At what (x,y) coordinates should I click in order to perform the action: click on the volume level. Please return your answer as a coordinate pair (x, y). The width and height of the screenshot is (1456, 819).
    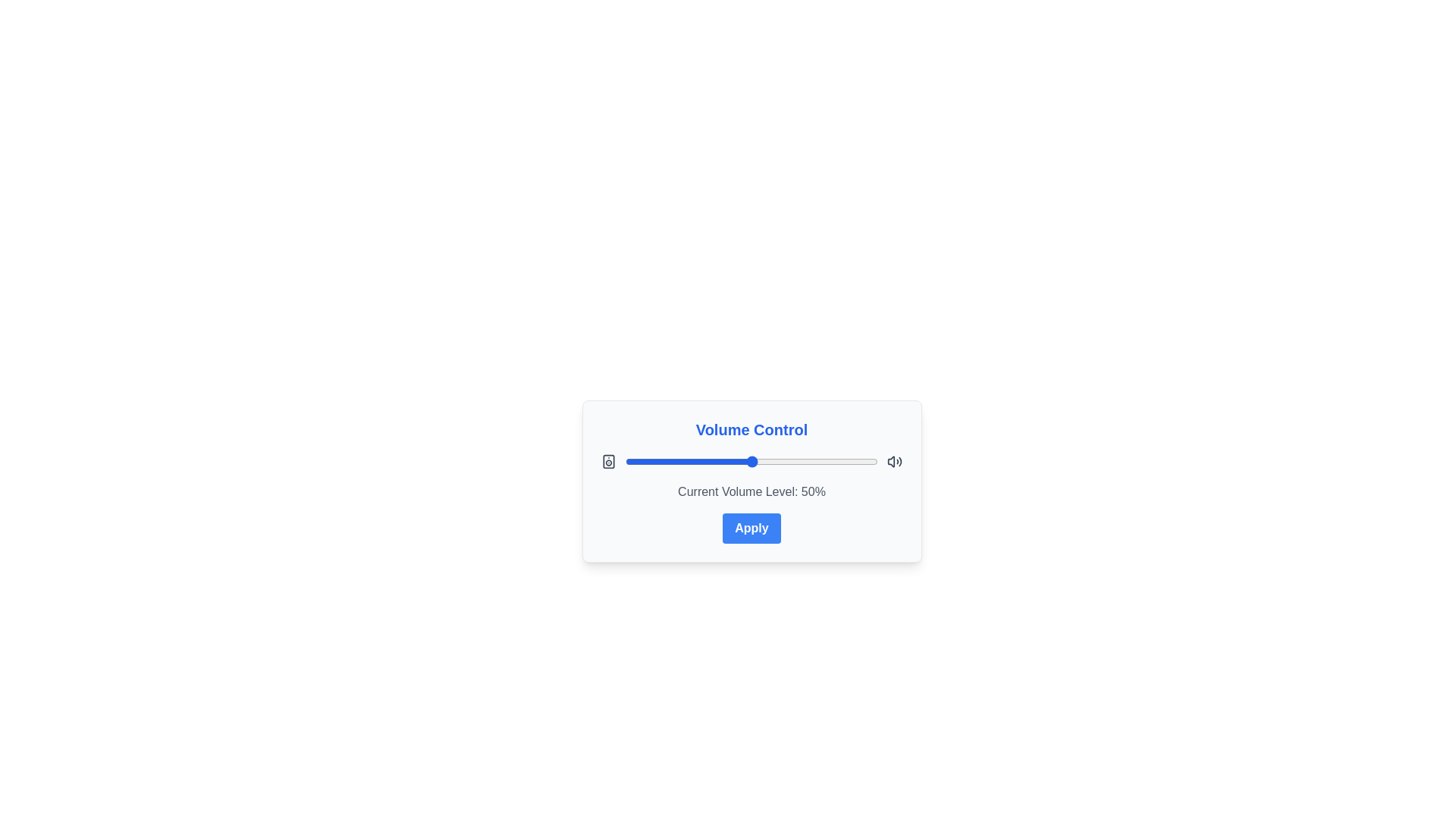
    Looking at the image, I should click on (640, 461).